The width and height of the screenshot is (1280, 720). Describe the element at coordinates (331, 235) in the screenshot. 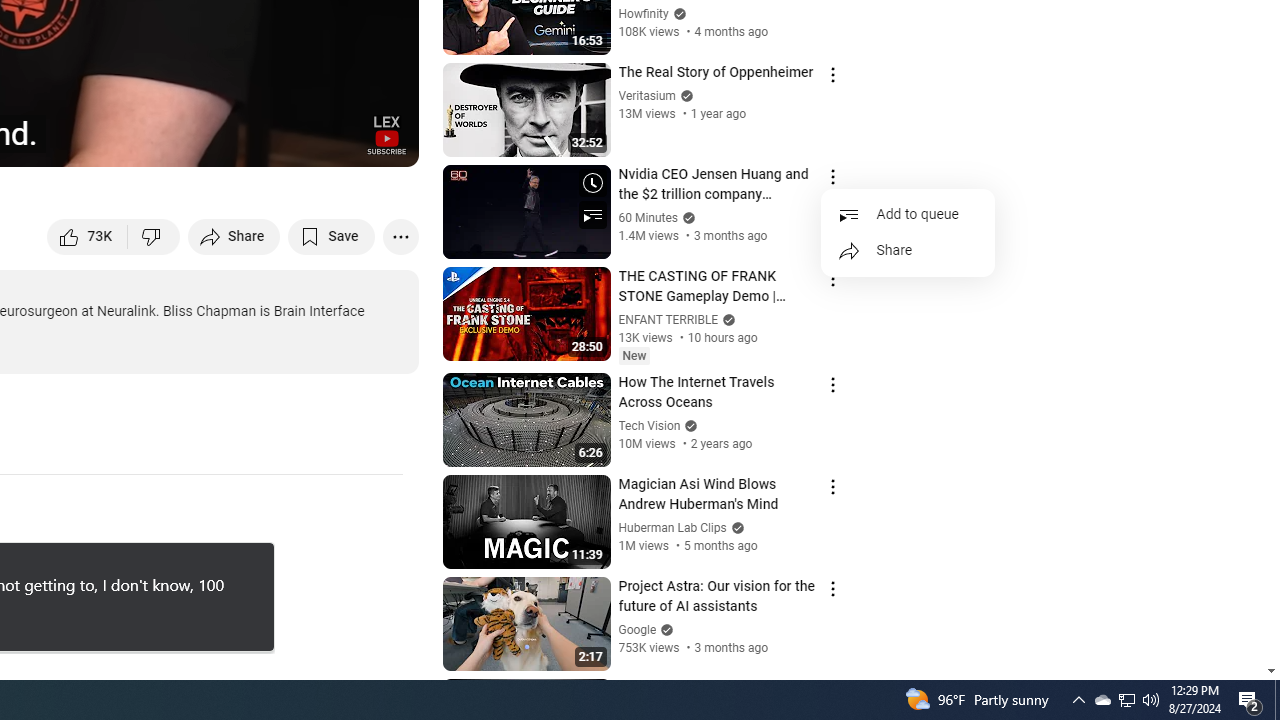

I see `'Save to playlist'` at that location.